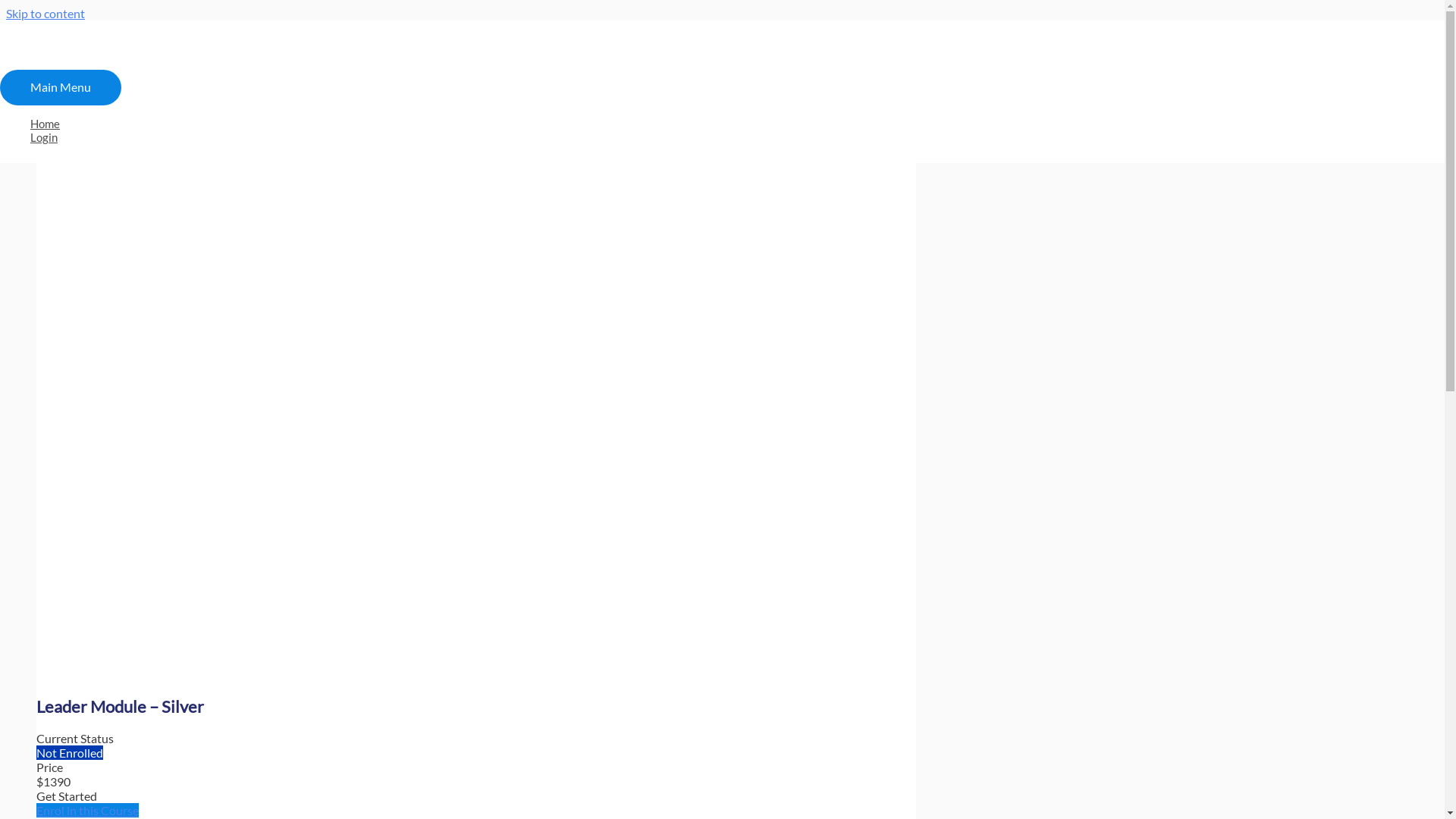 The height and width of the screenshot is (819, 1456). I want to click on 'Skip to content', so click(45, 13).